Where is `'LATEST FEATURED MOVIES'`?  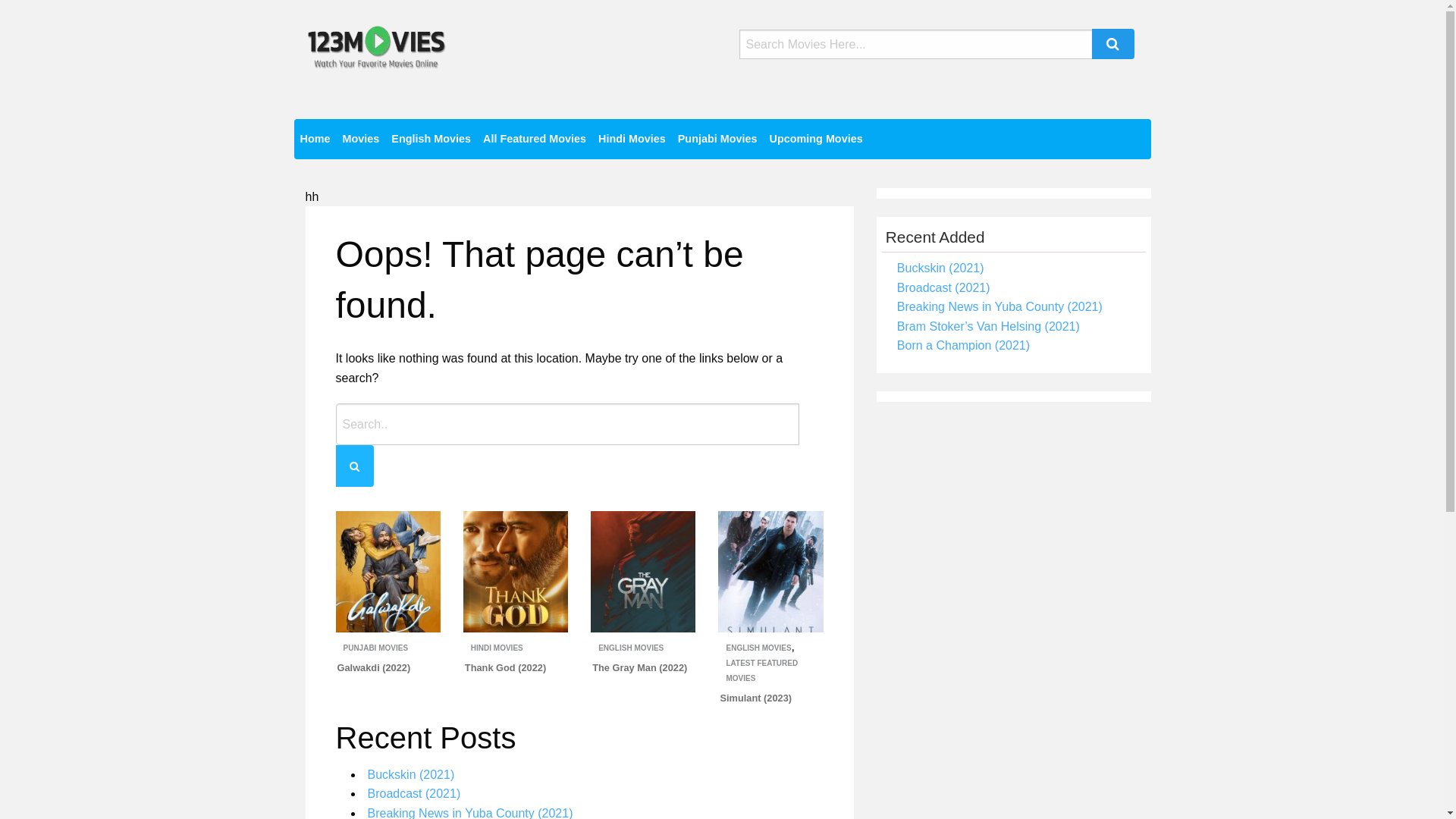 'LATEST FEATURED MOVIES' is located at coordinates (761, 670).